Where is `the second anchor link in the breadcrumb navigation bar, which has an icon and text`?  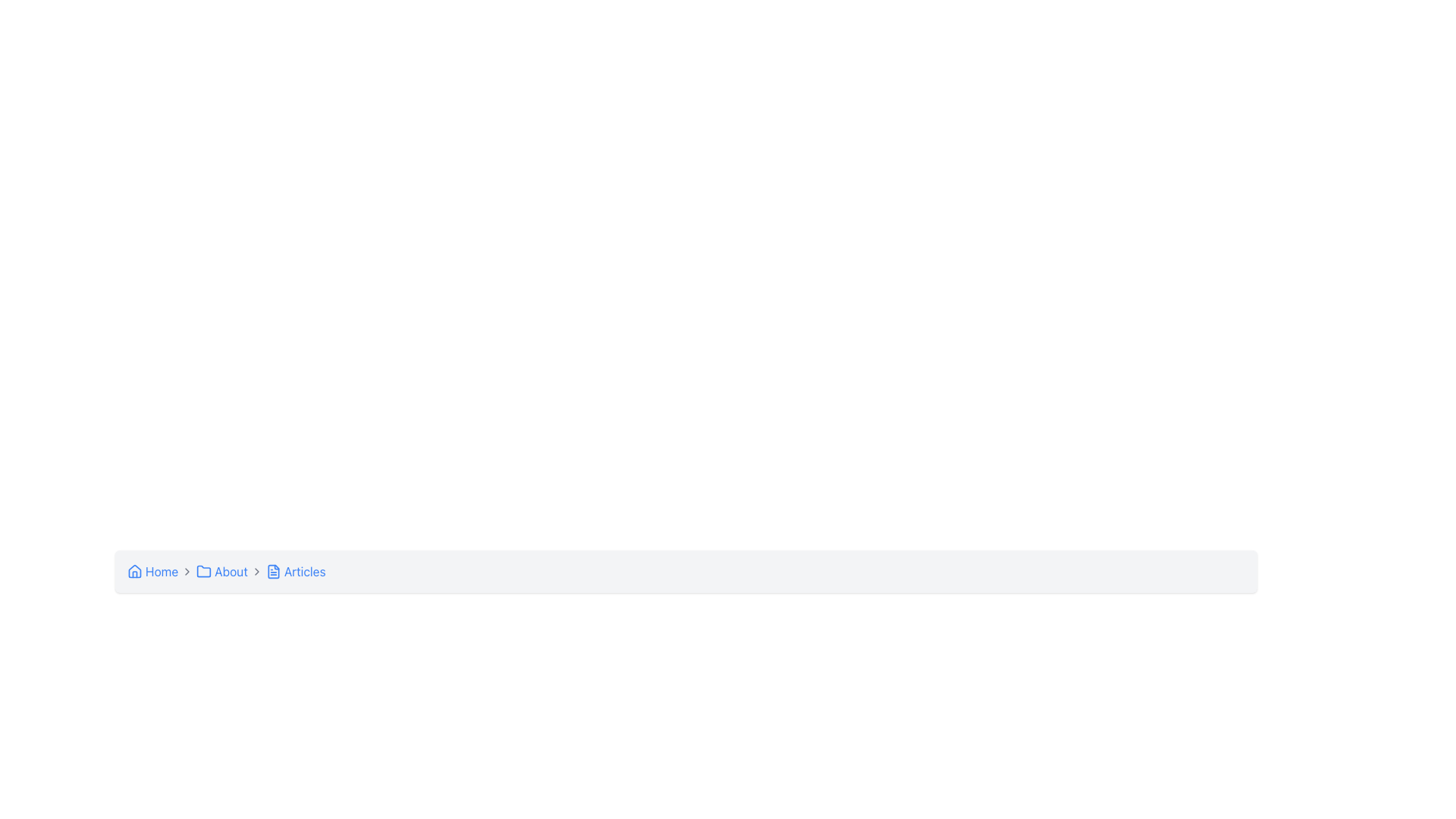
the second anchor link in the breadcrumb navigation bar, which has an icon and text is located at coordinates (221, 571).